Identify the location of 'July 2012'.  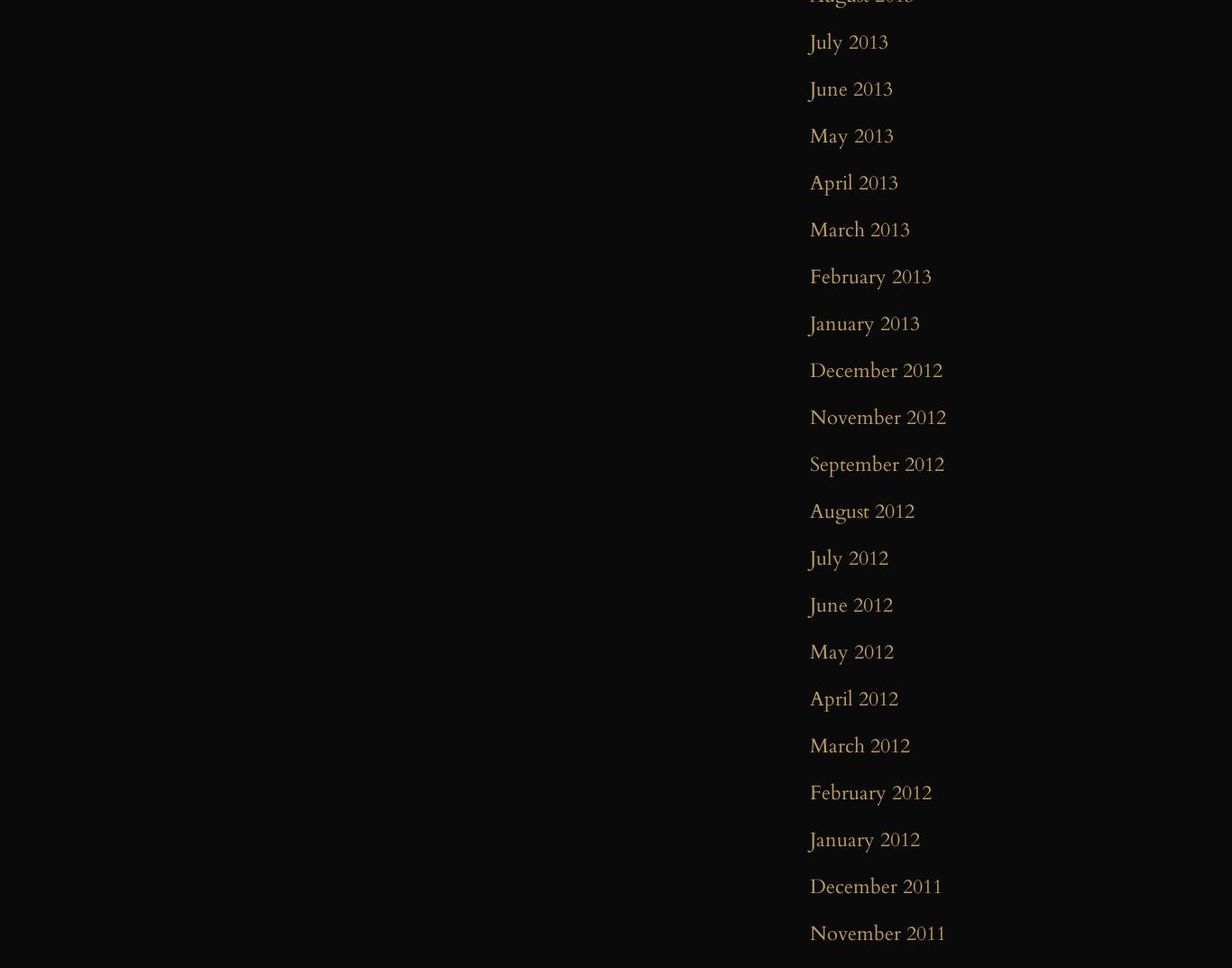
(849, 558).